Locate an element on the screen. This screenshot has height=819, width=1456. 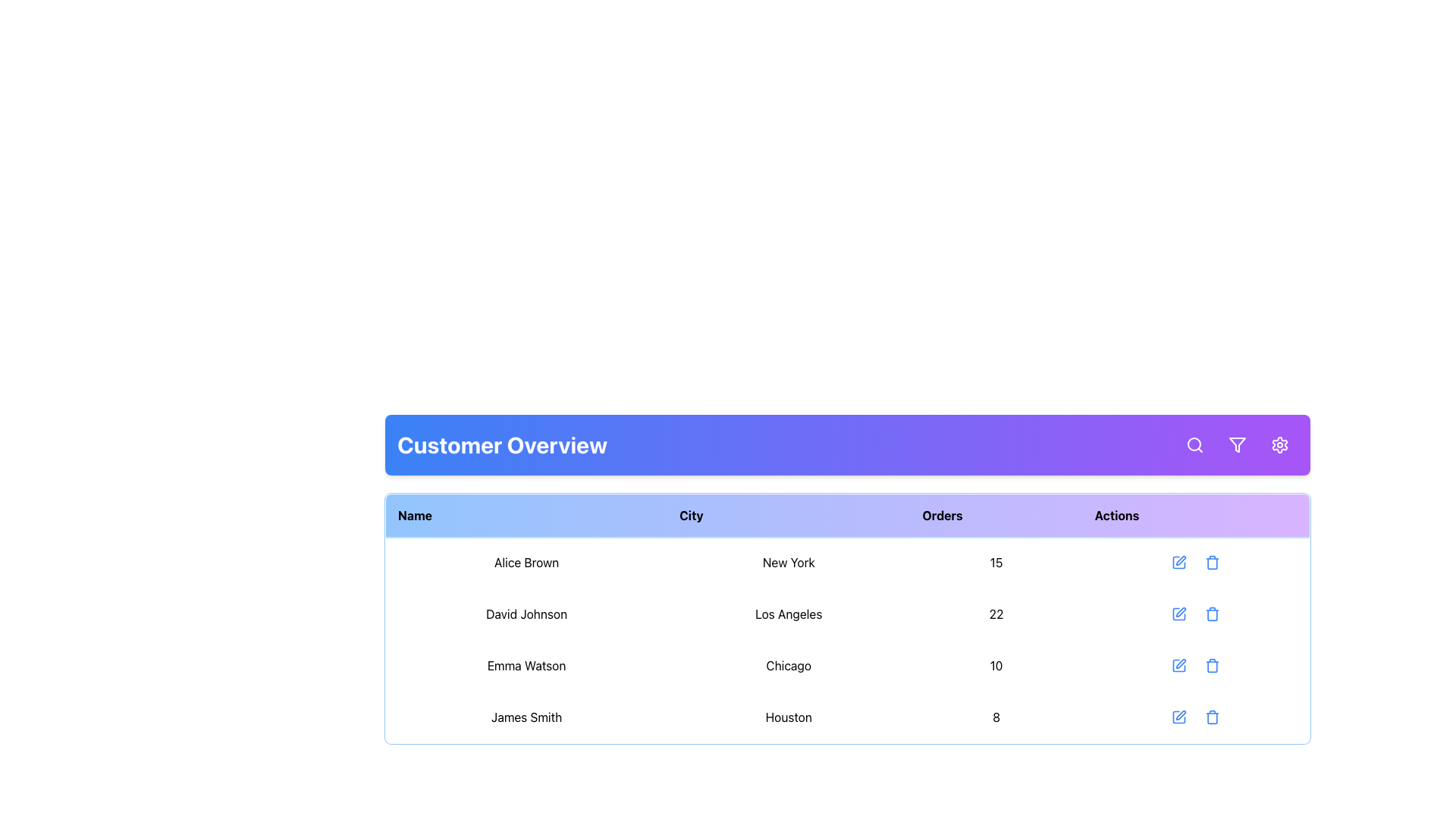
attributes of the square component of the 'Edit' icon associated with 'Emma Watson' in the third row of the 'Actions' column is located at coordinates (1178, 665).